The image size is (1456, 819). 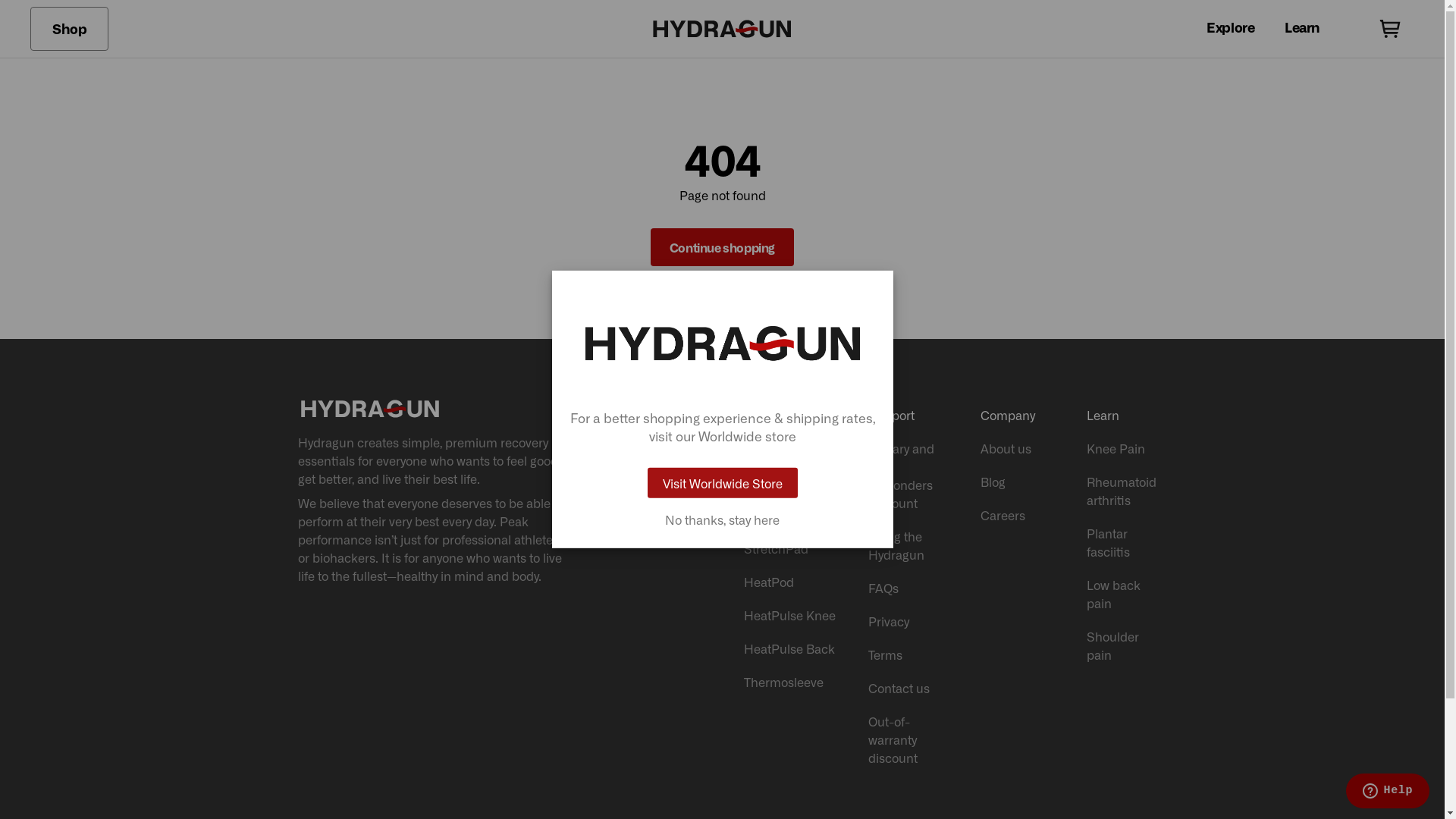 What do you see at coordinates (1124, 491) in the screenshot?
I see `'Rheumatoid arthritis'` at bounding box center [1124, 491].